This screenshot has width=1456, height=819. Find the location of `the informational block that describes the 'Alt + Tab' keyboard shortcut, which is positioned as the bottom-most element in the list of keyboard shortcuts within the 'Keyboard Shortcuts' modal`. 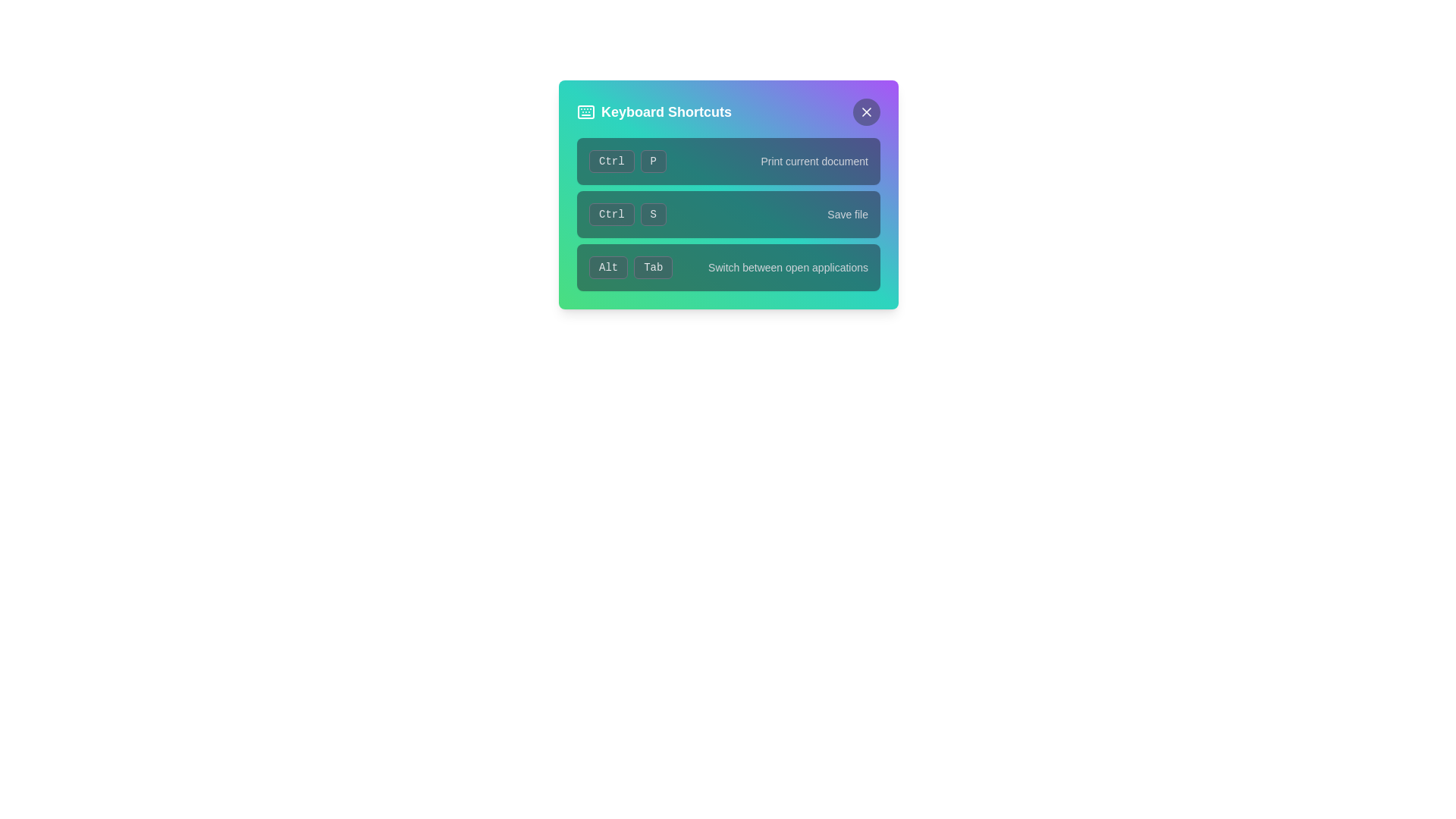

the informational block that describes the 'Alt + Tab' keyboard shortcut, which is positioned as the bottom-most element in the list of keyboard shortcuts within the 'Keyboard Shortcuts' modal is located at coordinates (728, 267).